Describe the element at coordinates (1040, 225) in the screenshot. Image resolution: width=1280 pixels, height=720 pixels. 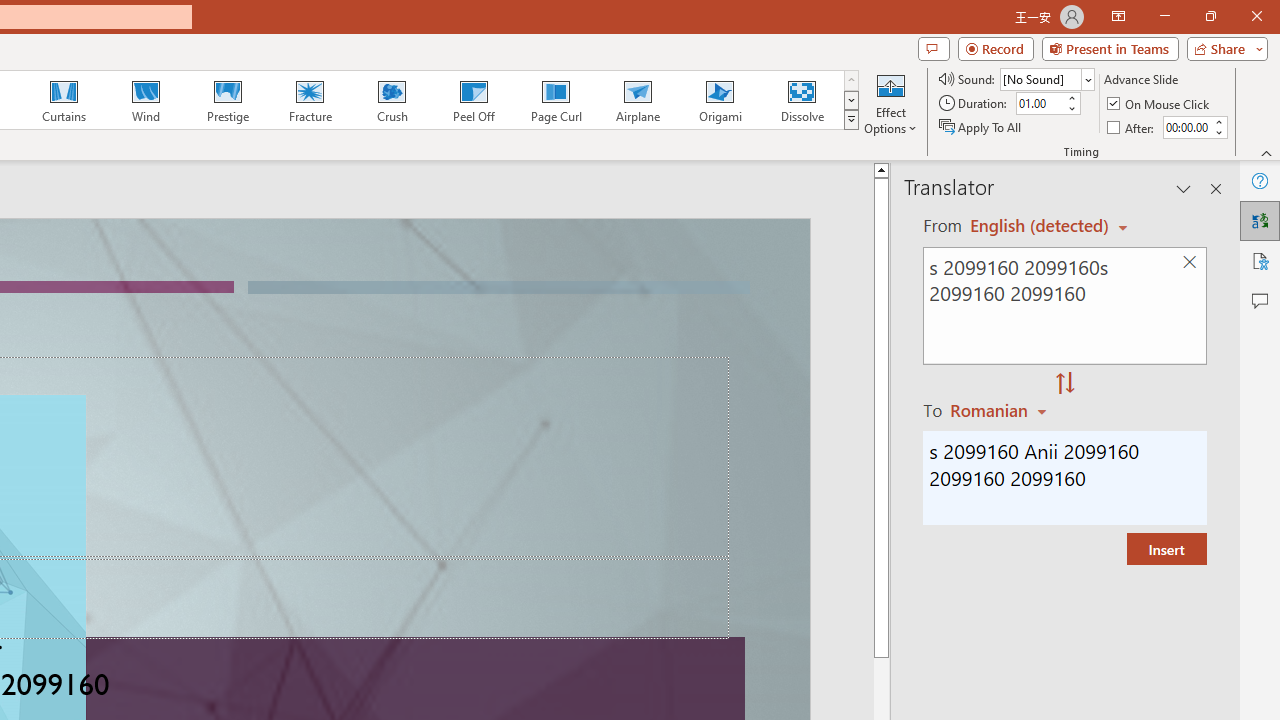
I see `'Czech (detected)'` at that location.